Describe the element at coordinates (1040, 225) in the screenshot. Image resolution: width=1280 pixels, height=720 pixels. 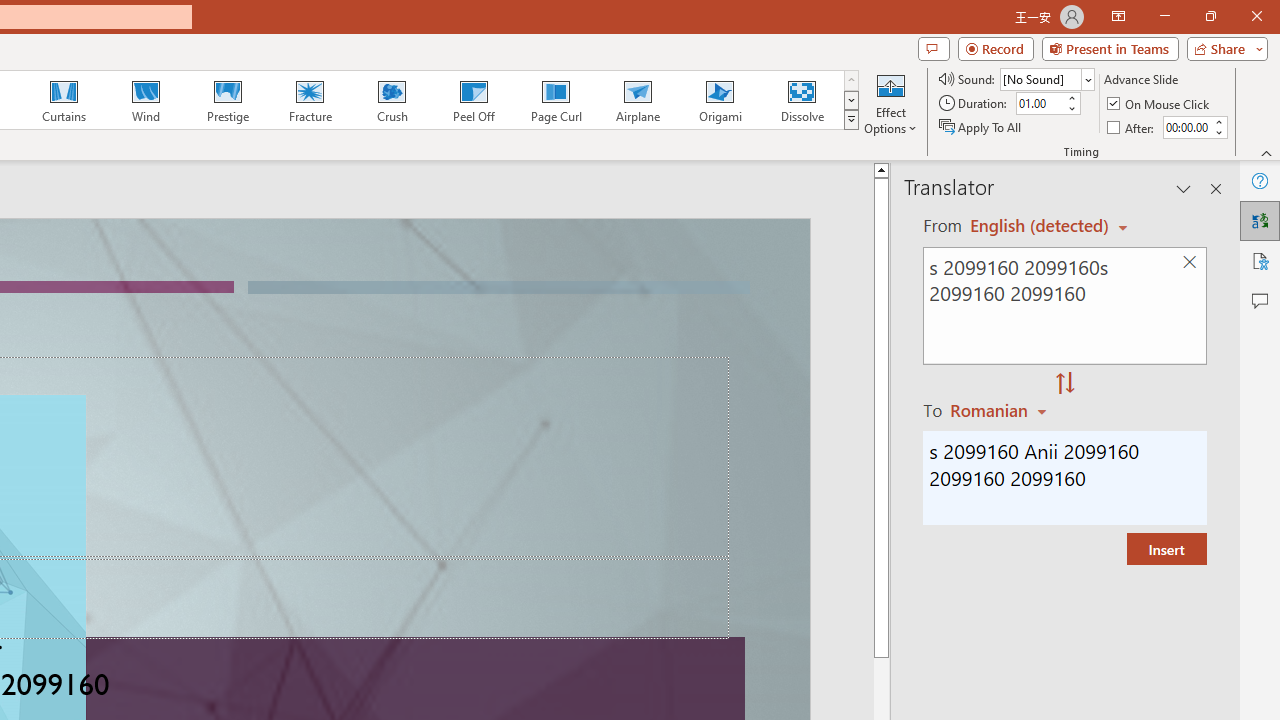
I see `'Czech (detected)'` at that location.